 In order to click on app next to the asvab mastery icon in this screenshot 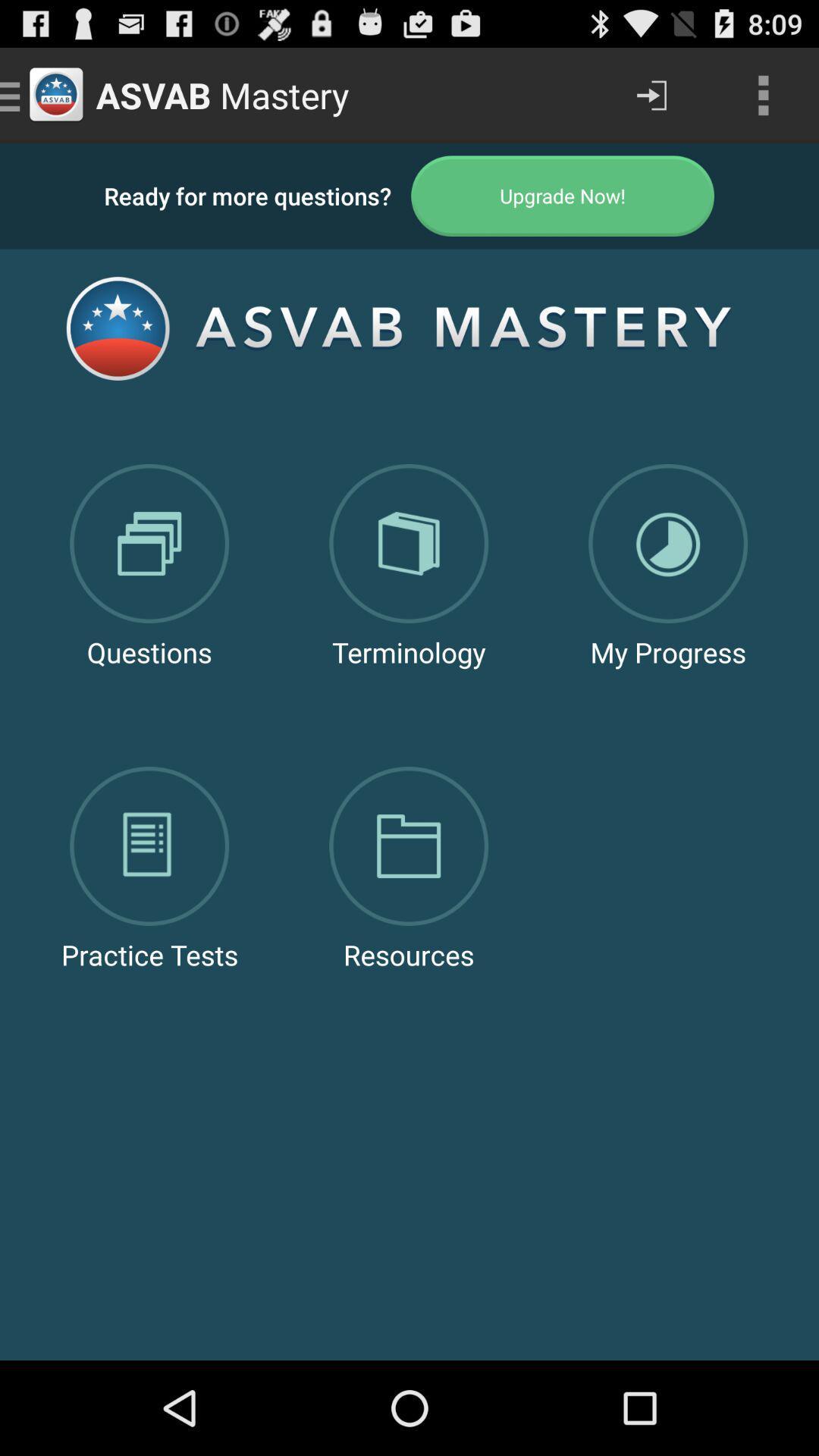, I will do `click(651, 94)`.